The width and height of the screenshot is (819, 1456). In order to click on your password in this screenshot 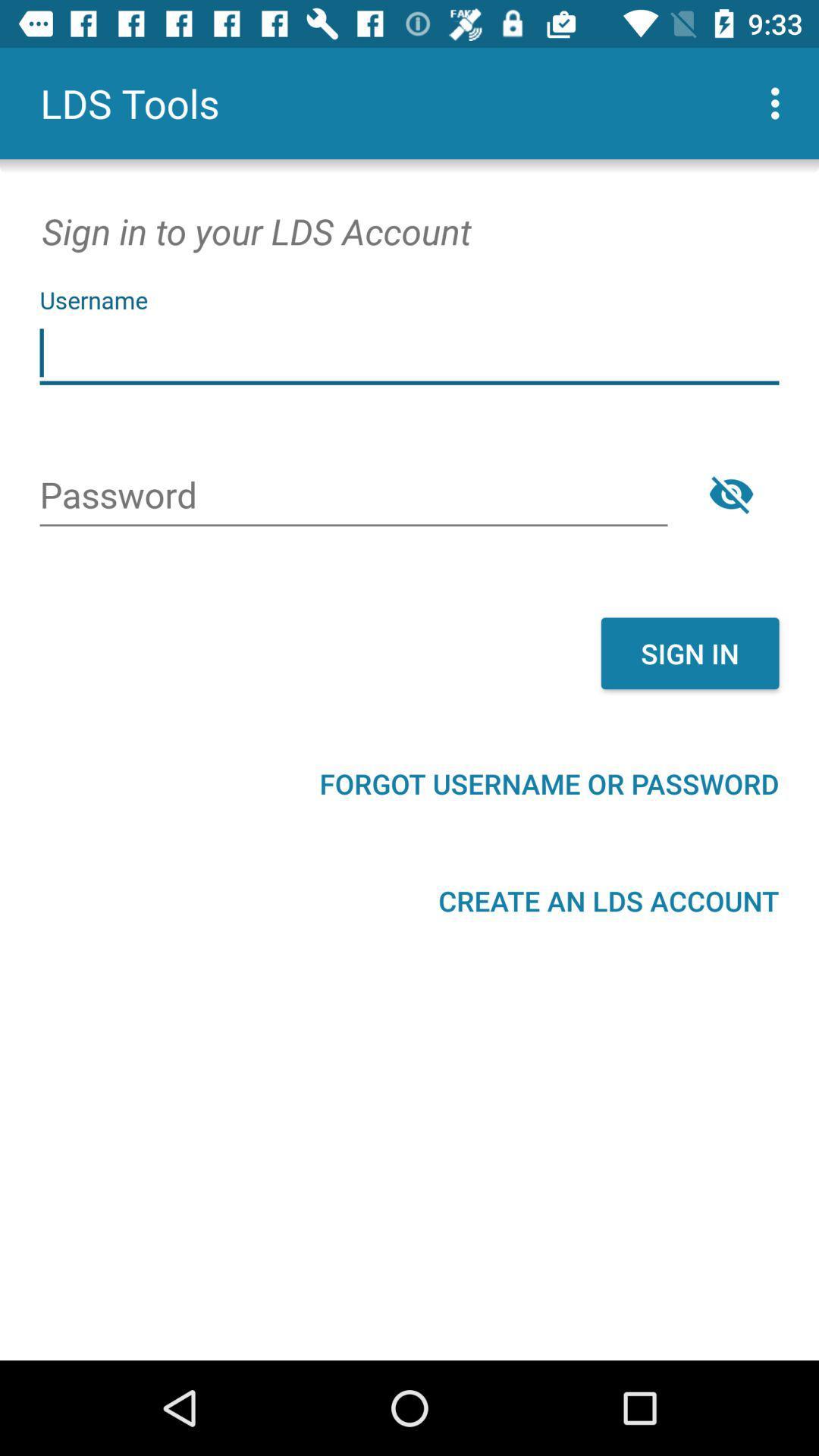, I will do `click(353, 497)`.